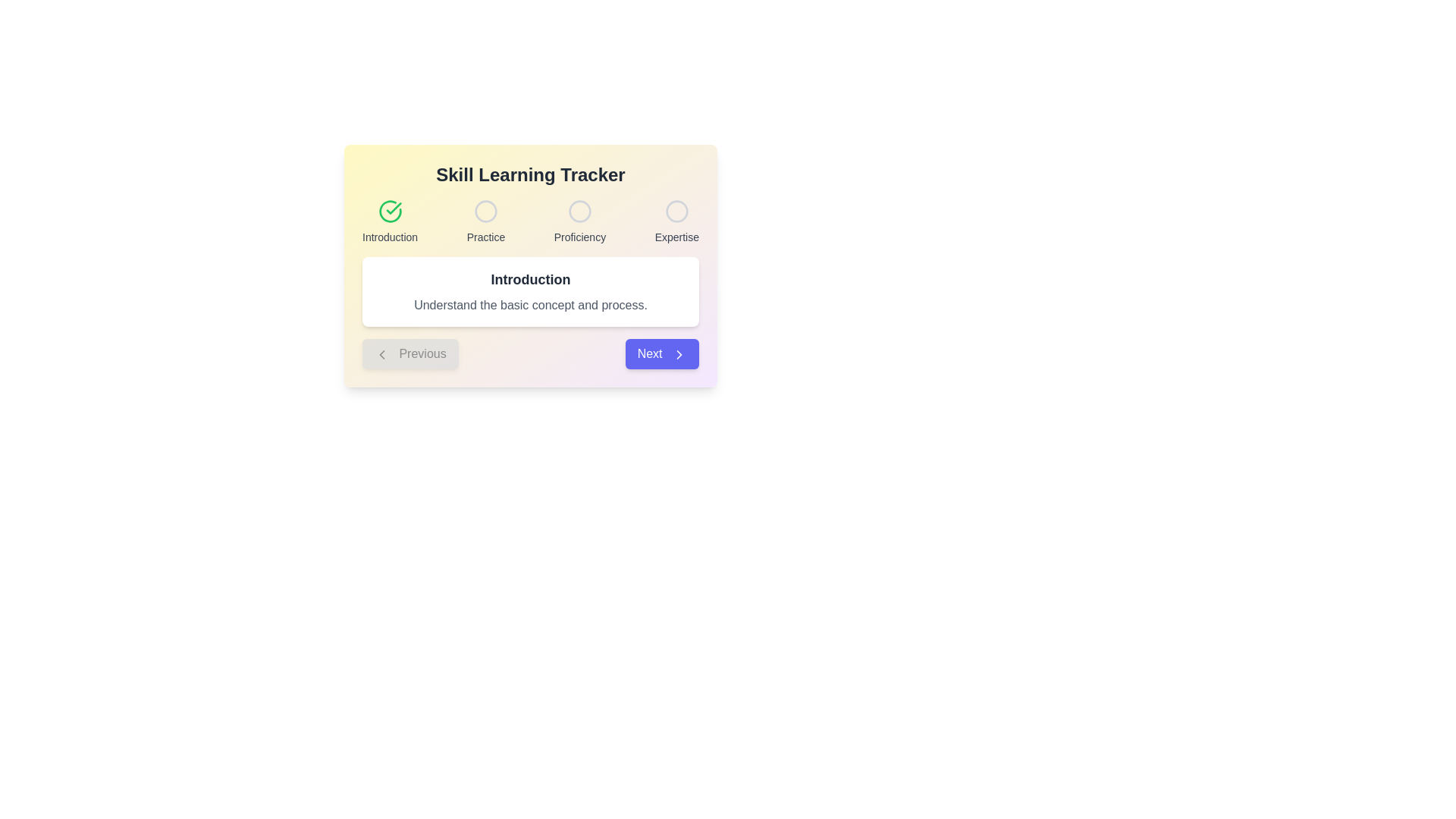 The height and width of the screenshot is (819, 1456). I want to click on the circular graphic progress indicator associated with the 'Proficiency' label, so click(579, 211).